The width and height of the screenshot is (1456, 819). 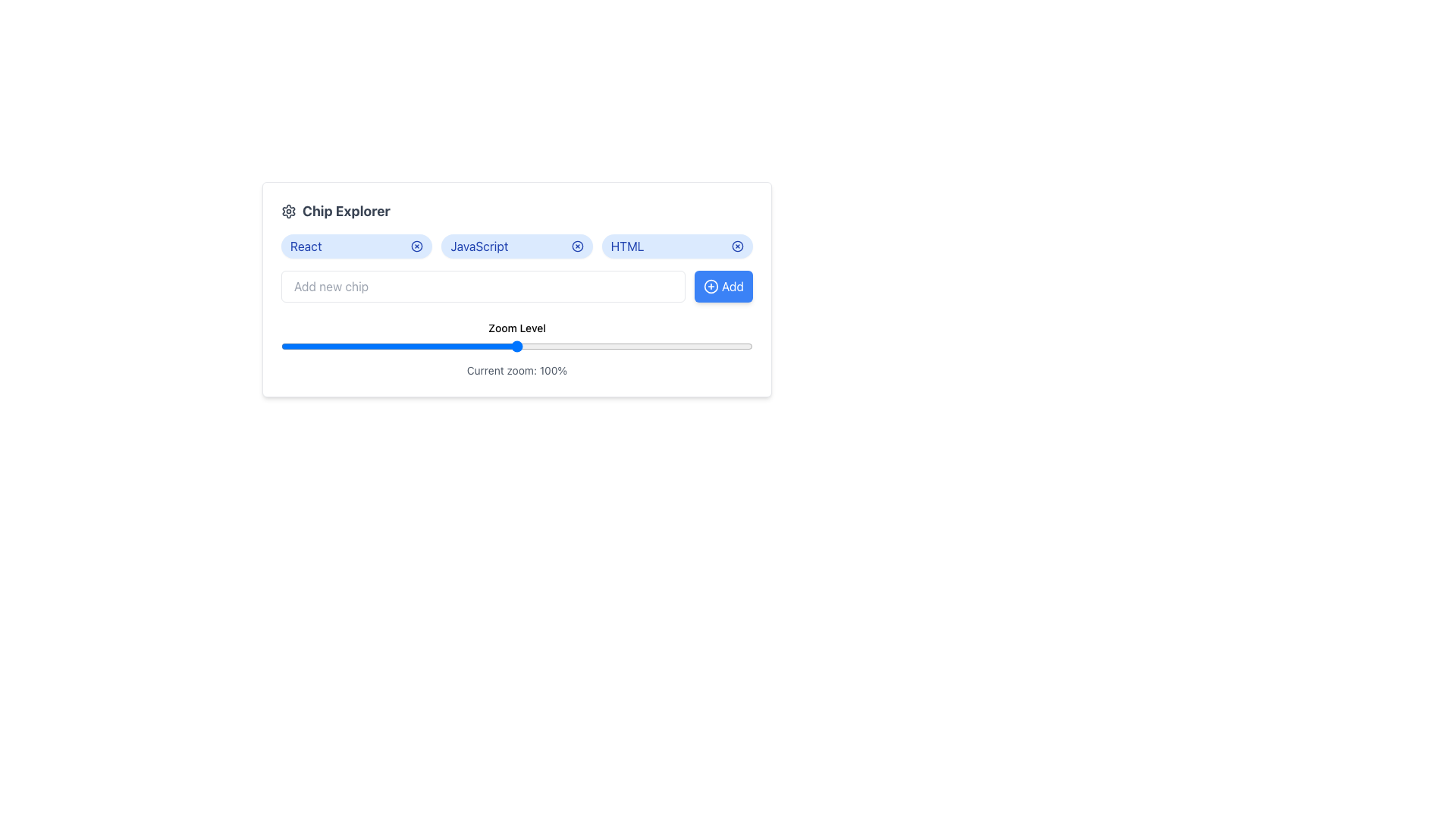 What do you see at coordinates (417, 245) in the screenshot?
I see `the decorative circular icon indicating an action or state associated with the 'JavaScript' chip located towards the center-right area of the interface` at bounding box center [417, 245].